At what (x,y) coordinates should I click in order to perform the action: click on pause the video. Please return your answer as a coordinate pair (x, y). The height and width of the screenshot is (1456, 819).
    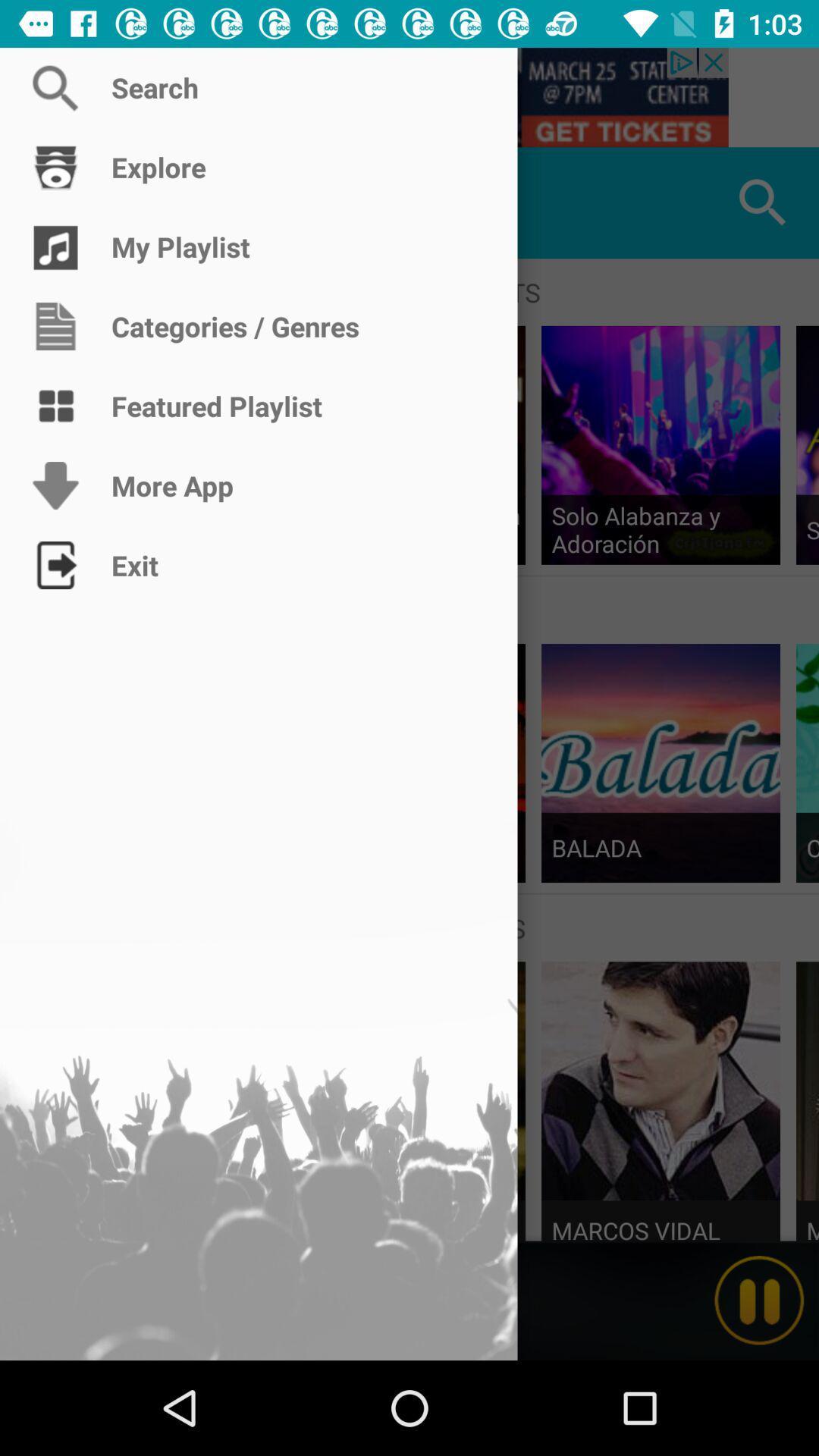
    Looking at the image, I should click on (759, 1300).